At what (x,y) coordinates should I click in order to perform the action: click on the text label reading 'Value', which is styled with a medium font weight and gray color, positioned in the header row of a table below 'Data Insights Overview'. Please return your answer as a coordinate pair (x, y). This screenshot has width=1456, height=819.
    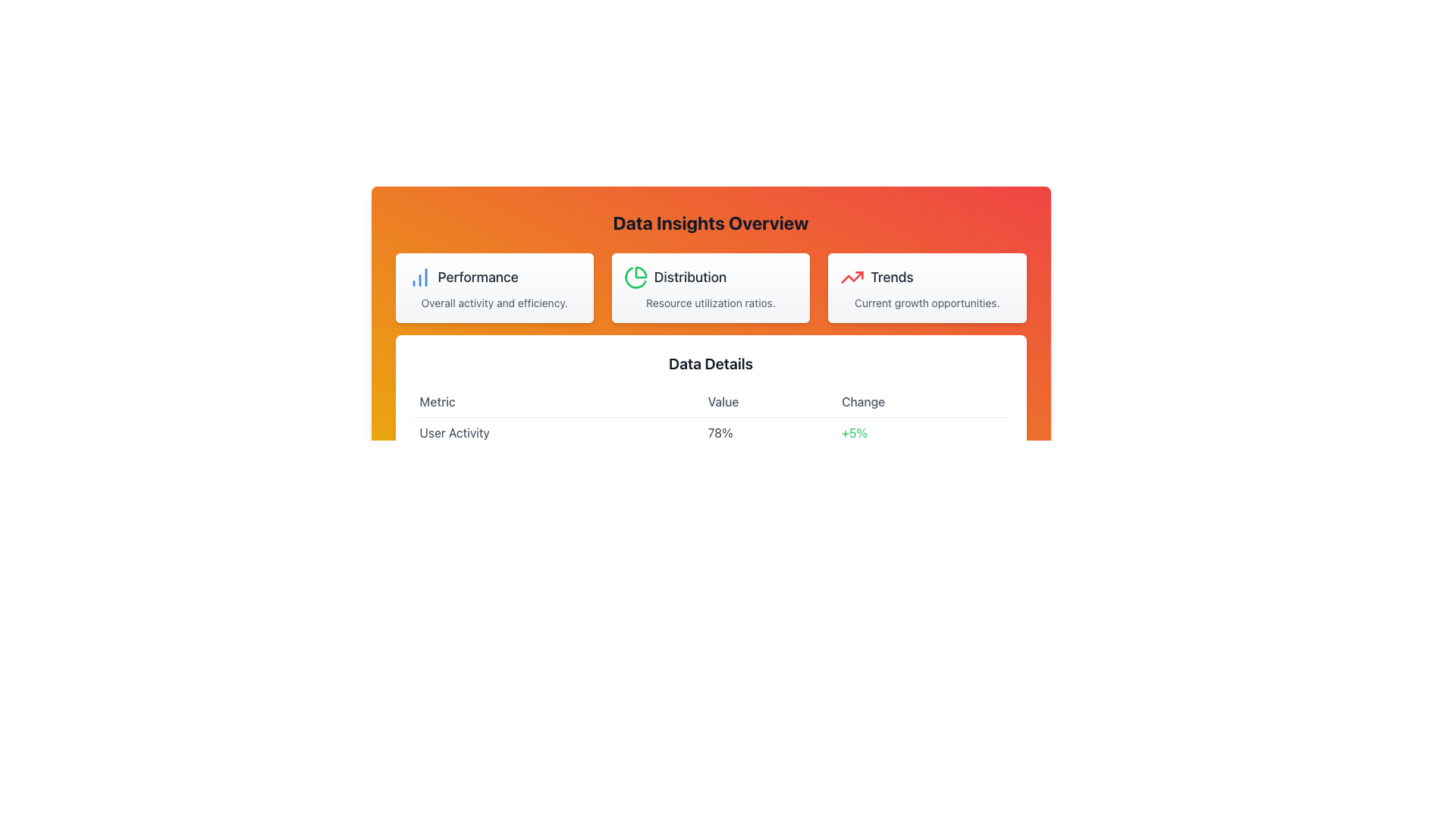
    Looking at the image, I should click on (710, 401).